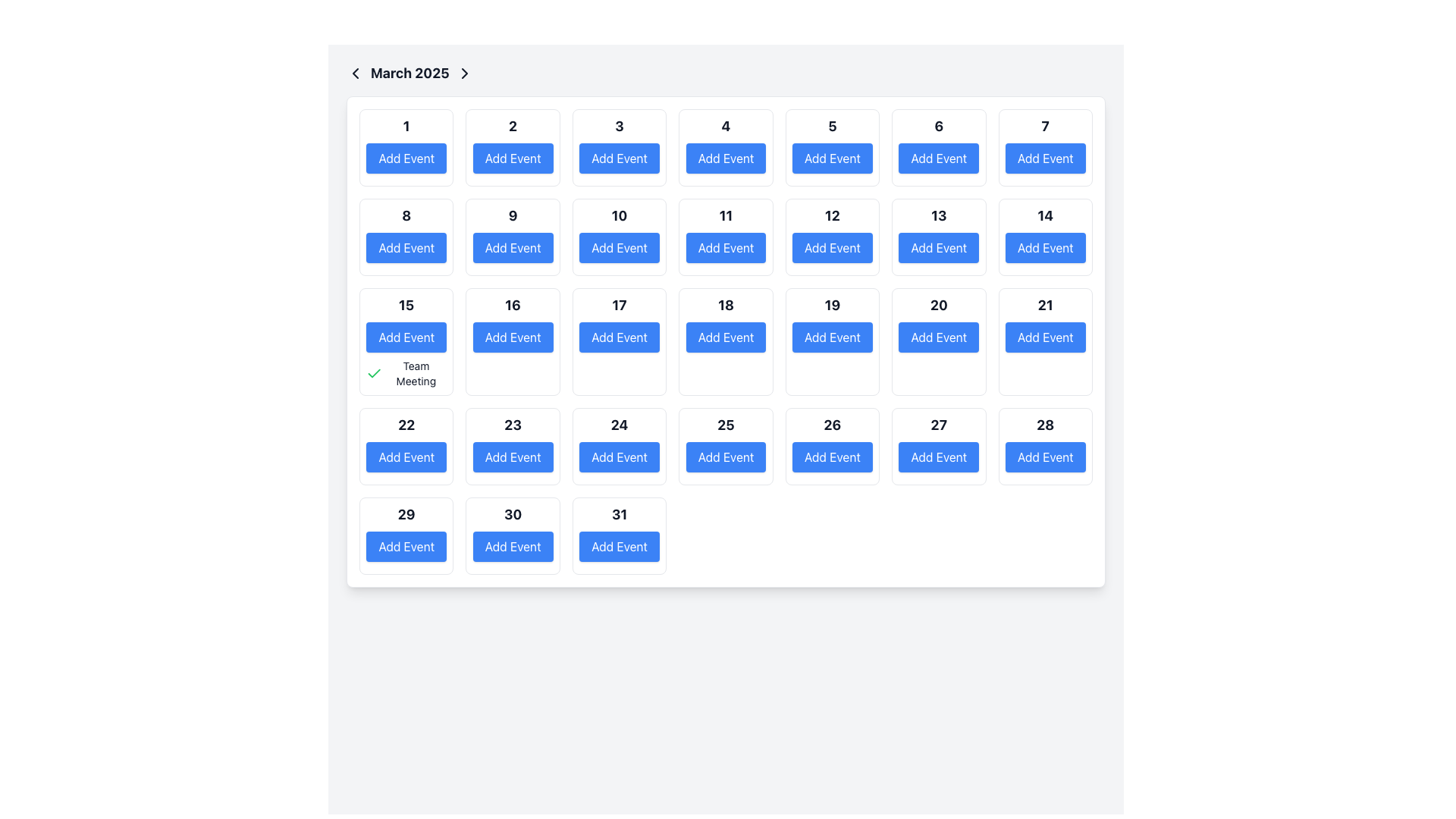 This screenshot has height=819, width=1456. I want to click on the date label element indicating the day number in the calendar view for accessibility interactions, so click(406, 125).